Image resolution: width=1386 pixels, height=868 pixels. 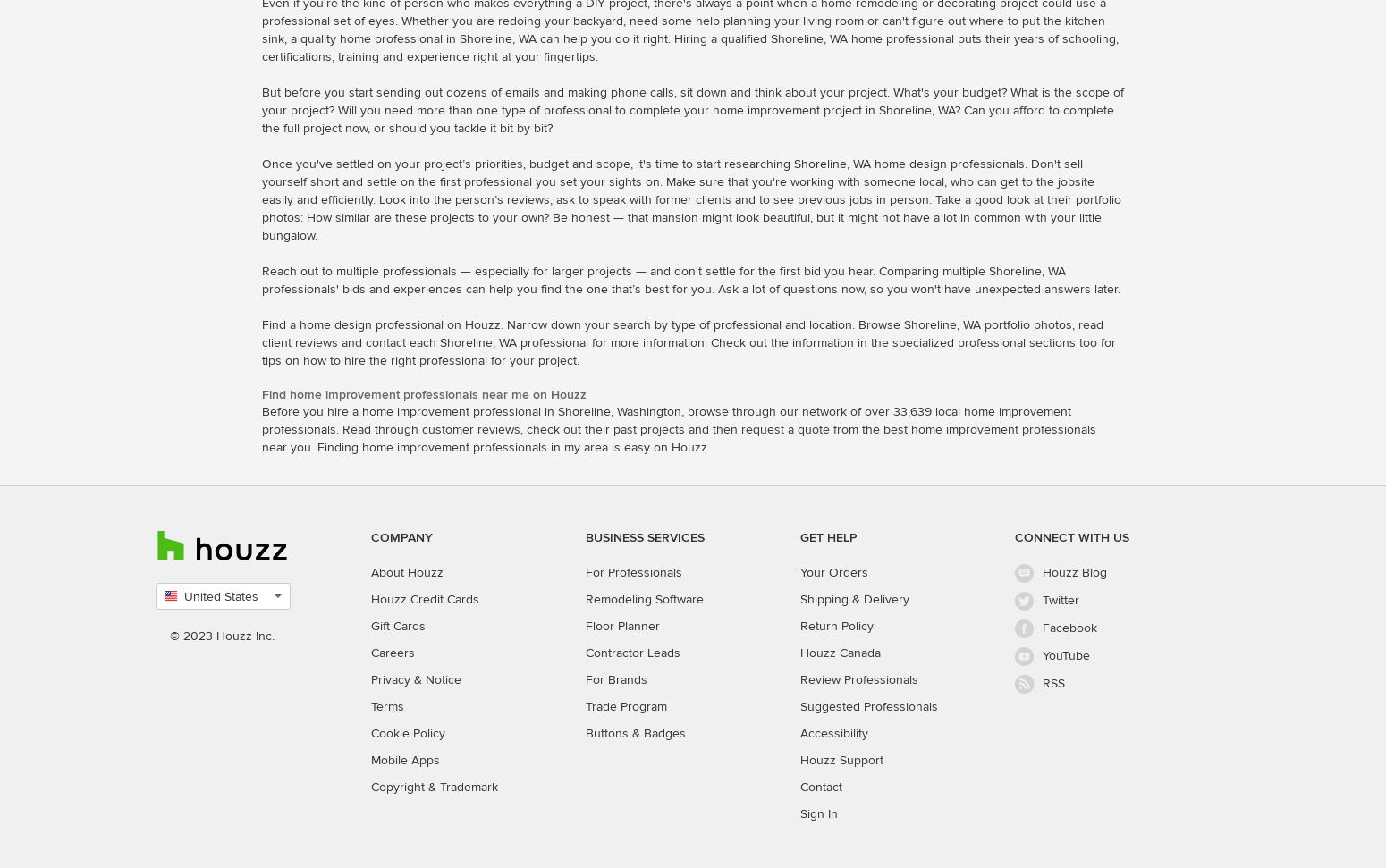 What do you see at coordinates (829, 535) in the screenshot?
I see `'GET HELP'` at bounding box center [829, 535].